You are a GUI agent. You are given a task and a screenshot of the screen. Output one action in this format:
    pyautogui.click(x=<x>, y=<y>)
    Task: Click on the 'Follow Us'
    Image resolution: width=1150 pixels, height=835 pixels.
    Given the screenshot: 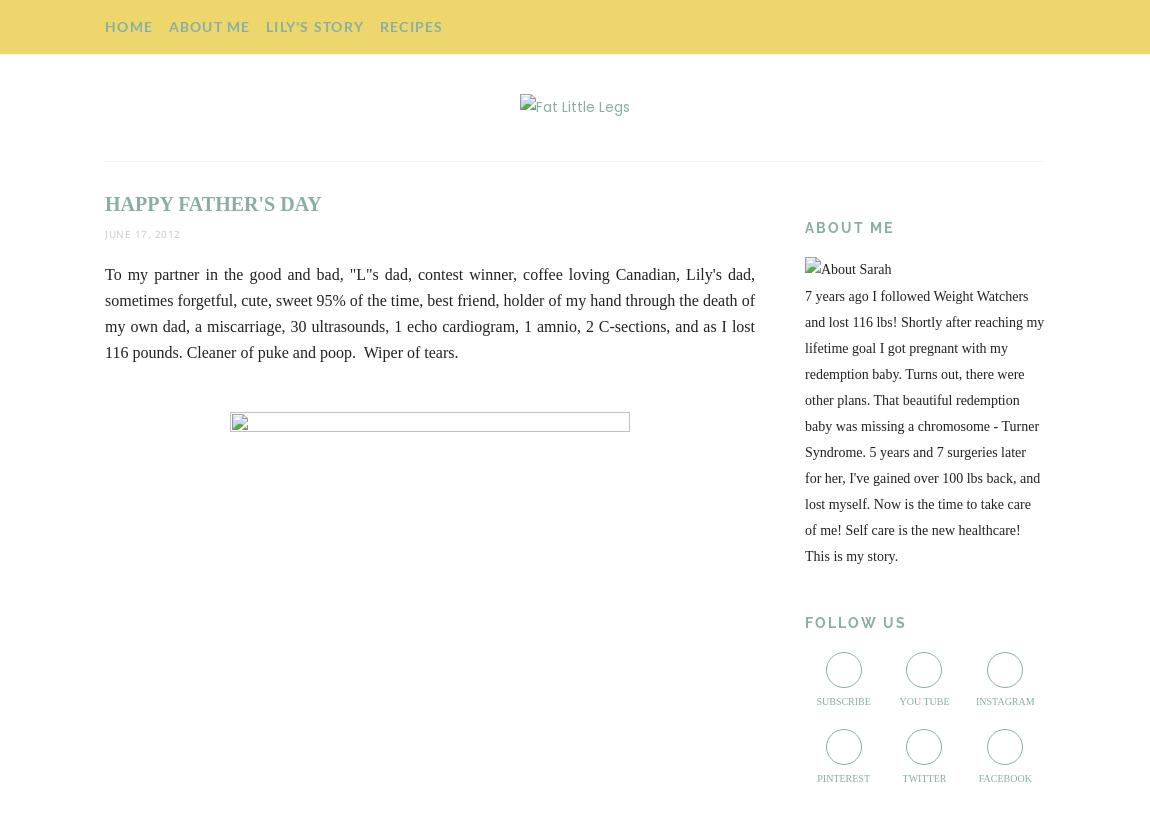 What is the action you would take?
    pyautogui.click(x=854, y=620)
    